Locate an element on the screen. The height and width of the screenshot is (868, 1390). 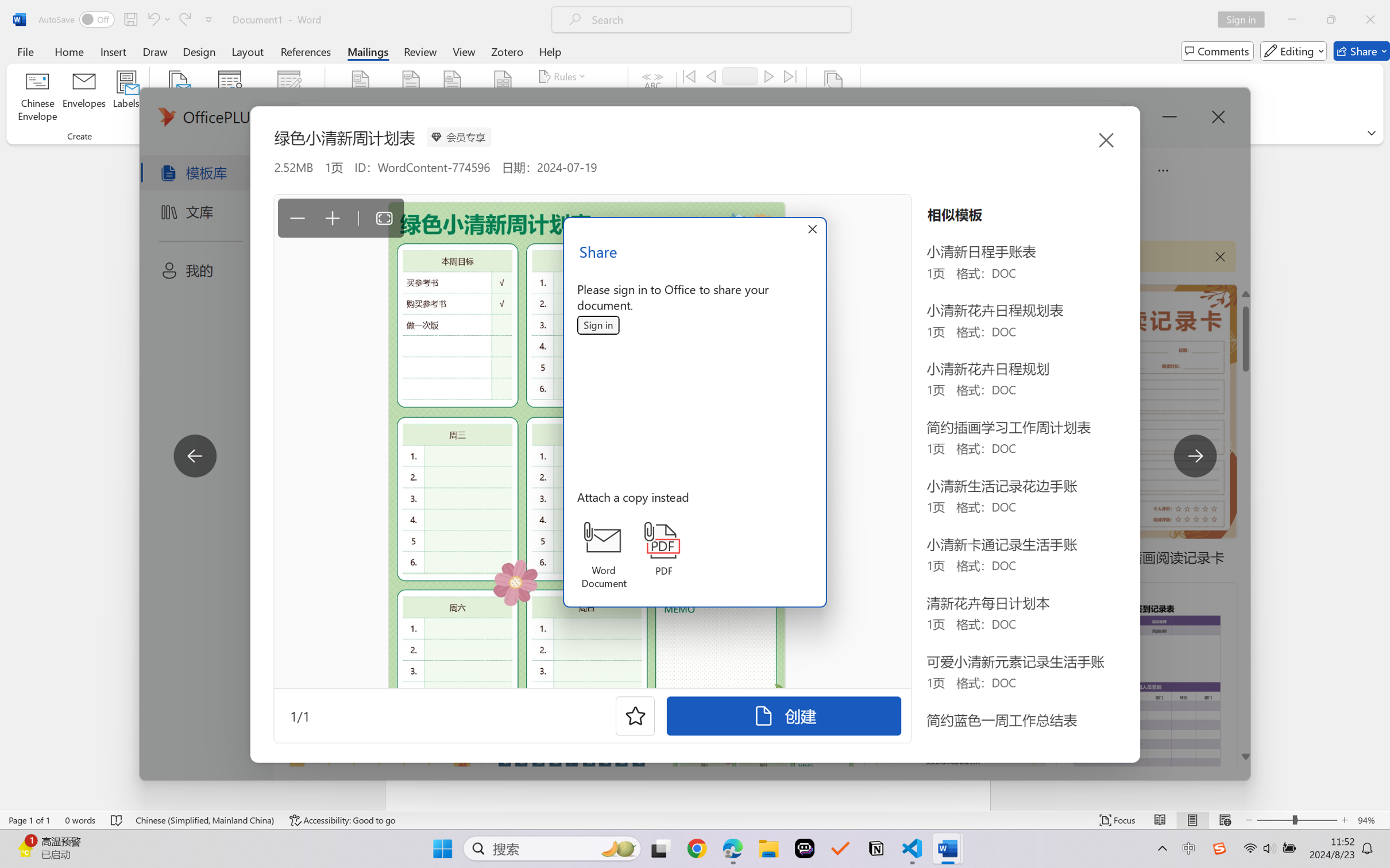
'Editing' is located at coordinates (1294, 51).